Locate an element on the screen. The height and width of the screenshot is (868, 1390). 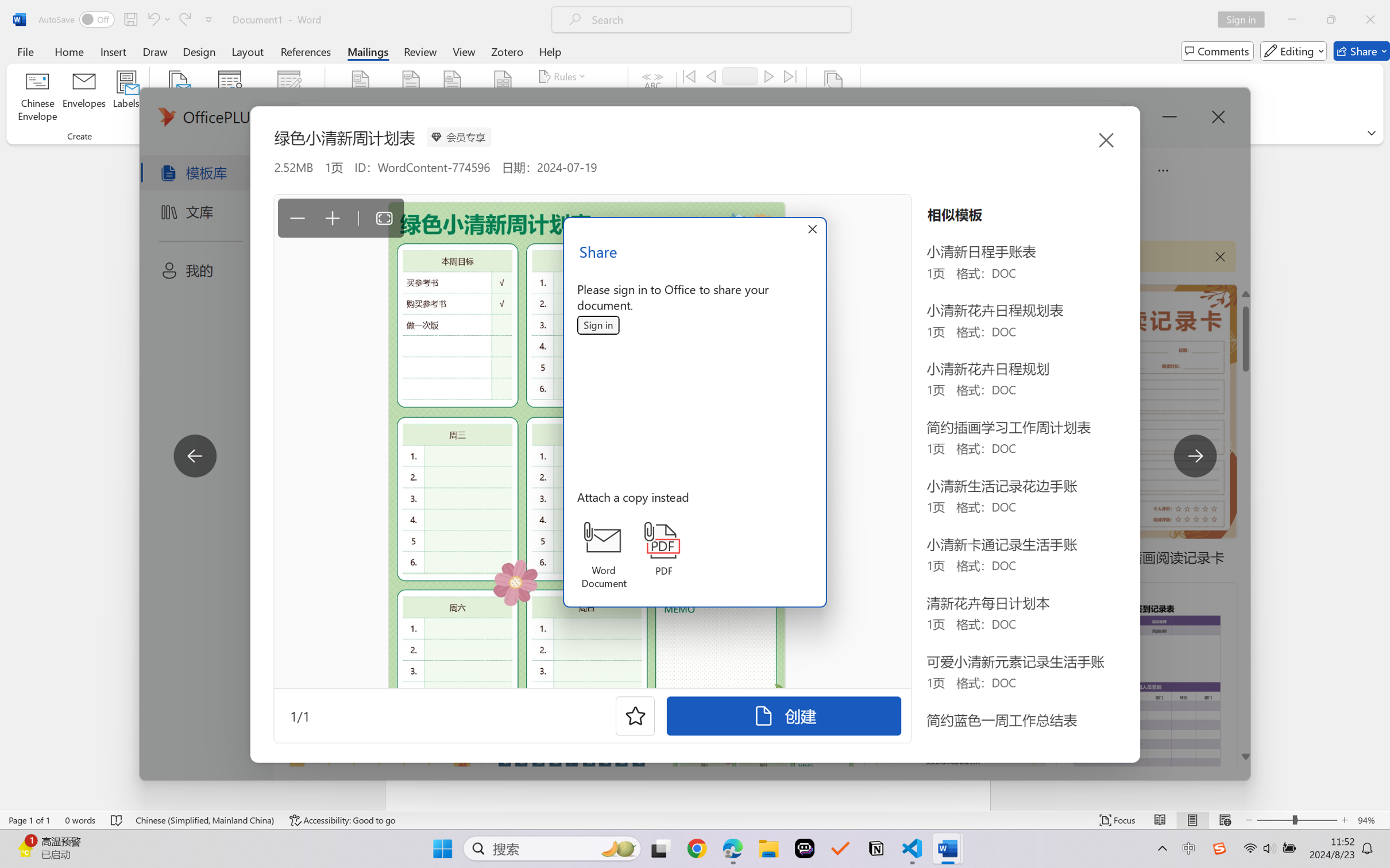
'Editing' is located at coordinates (1294, 51).